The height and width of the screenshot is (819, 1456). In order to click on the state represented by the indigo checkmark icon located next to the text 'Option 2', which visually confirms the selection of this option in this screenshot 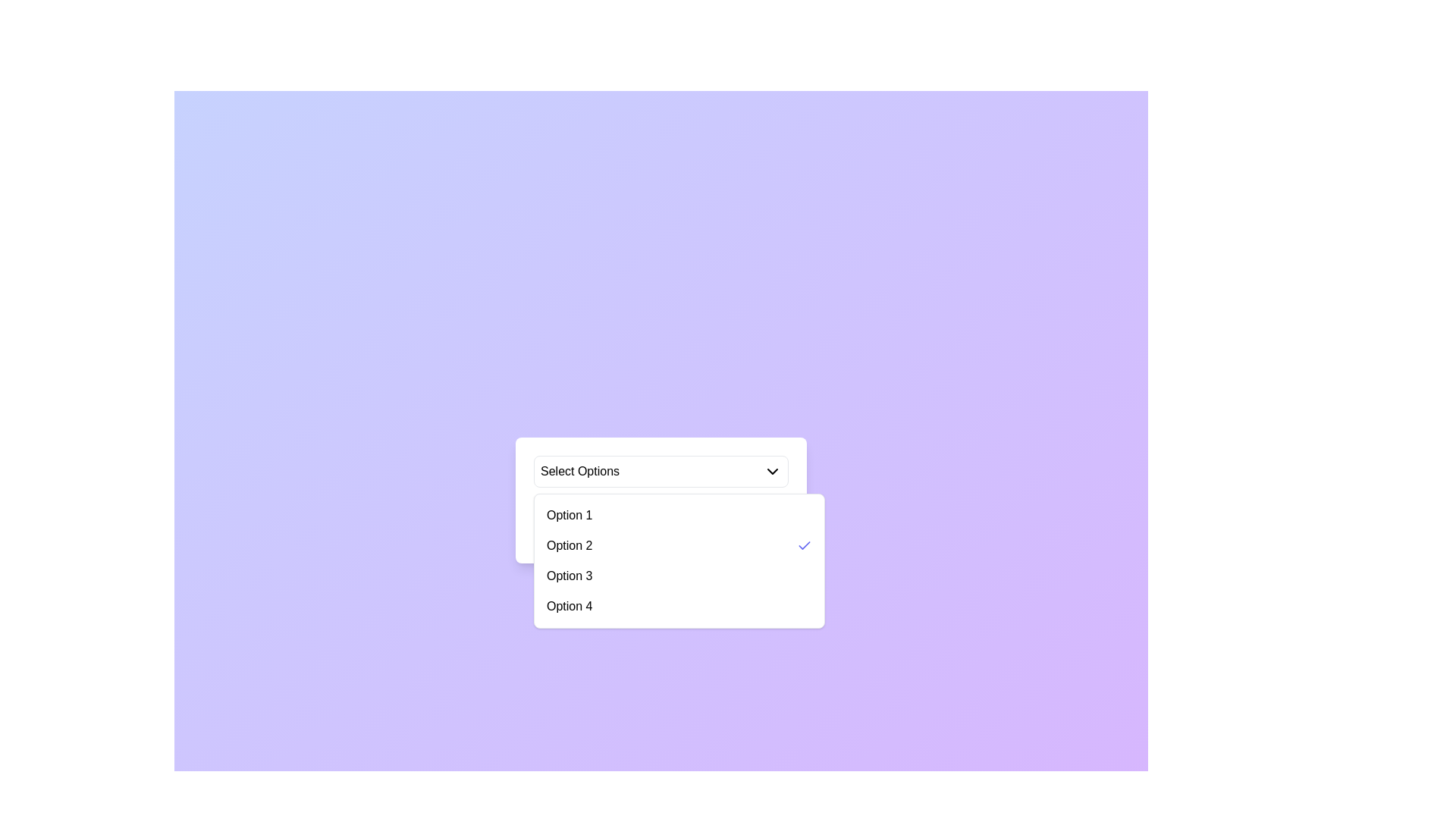, I will do `click(803, 546)`.